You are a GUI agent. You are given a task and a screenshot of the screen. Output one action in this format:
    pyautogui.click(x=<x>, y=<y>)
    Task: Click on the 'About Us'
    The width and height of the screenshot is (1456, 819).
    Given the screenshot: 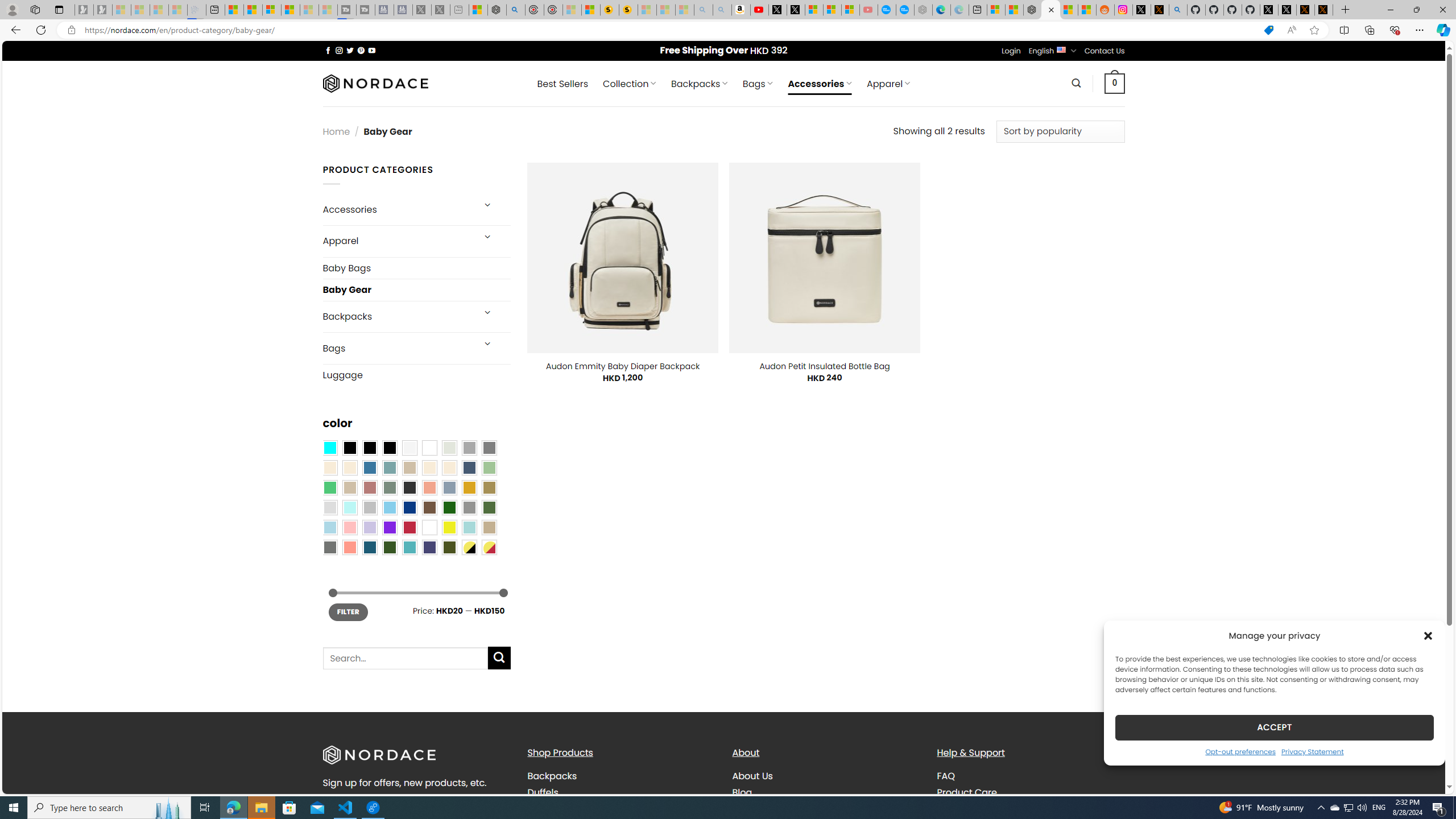 What is the action you would take?
    pyautogui.click(x=752, y=776)
    